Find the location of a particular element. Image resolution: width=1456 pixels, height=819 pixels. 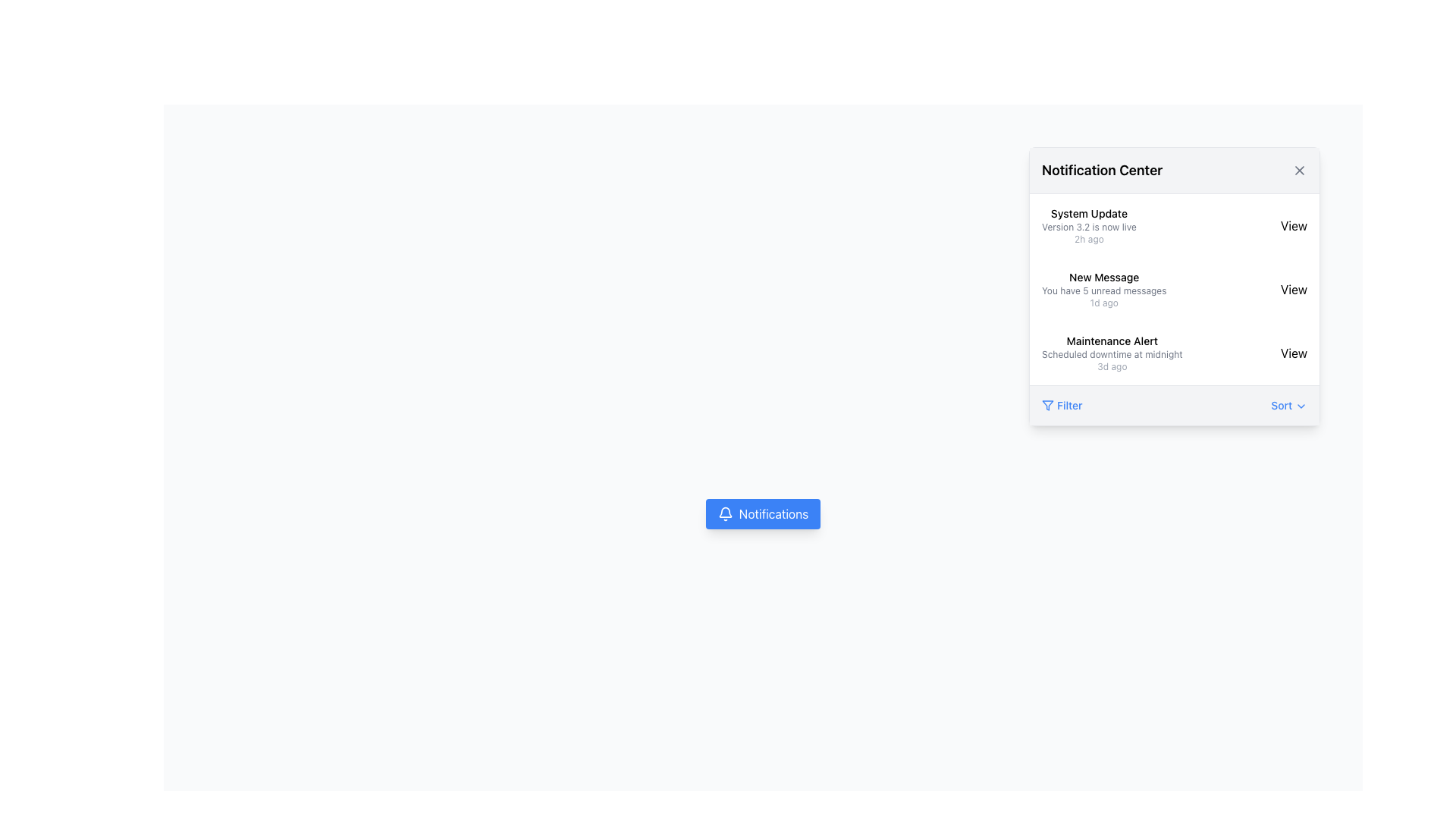

the close button located in the top-right corner of the 'Notification Center' modal to trigger a color change effect is located at coordinates (1298, 170).